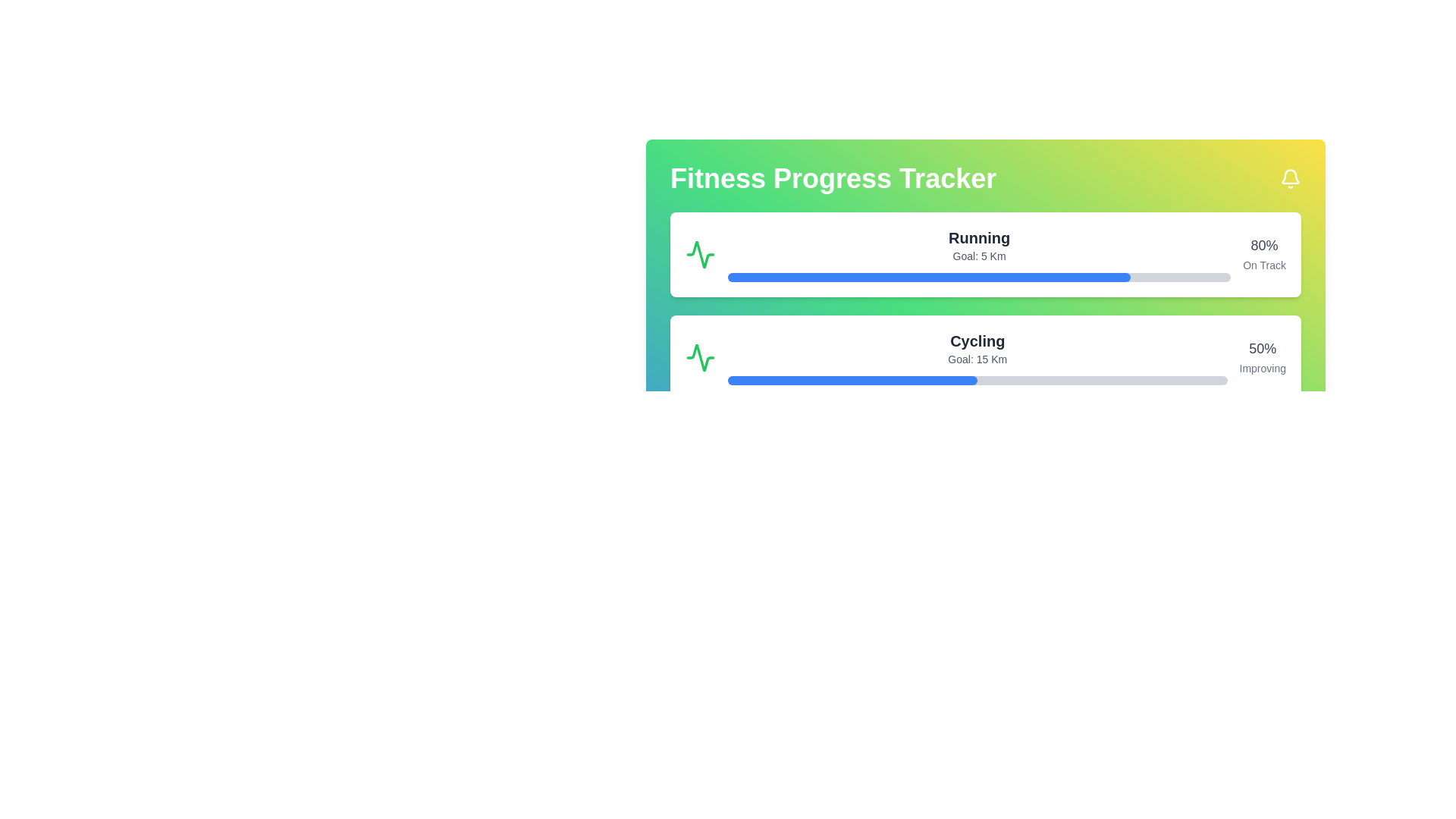 The width and height of the screenshot is (1456, 819). Describe the element at coordinates (977, 341) in the screenshot. I see `the 'Cycling' text label, which serves as a heading in the progress tracker` at that location.